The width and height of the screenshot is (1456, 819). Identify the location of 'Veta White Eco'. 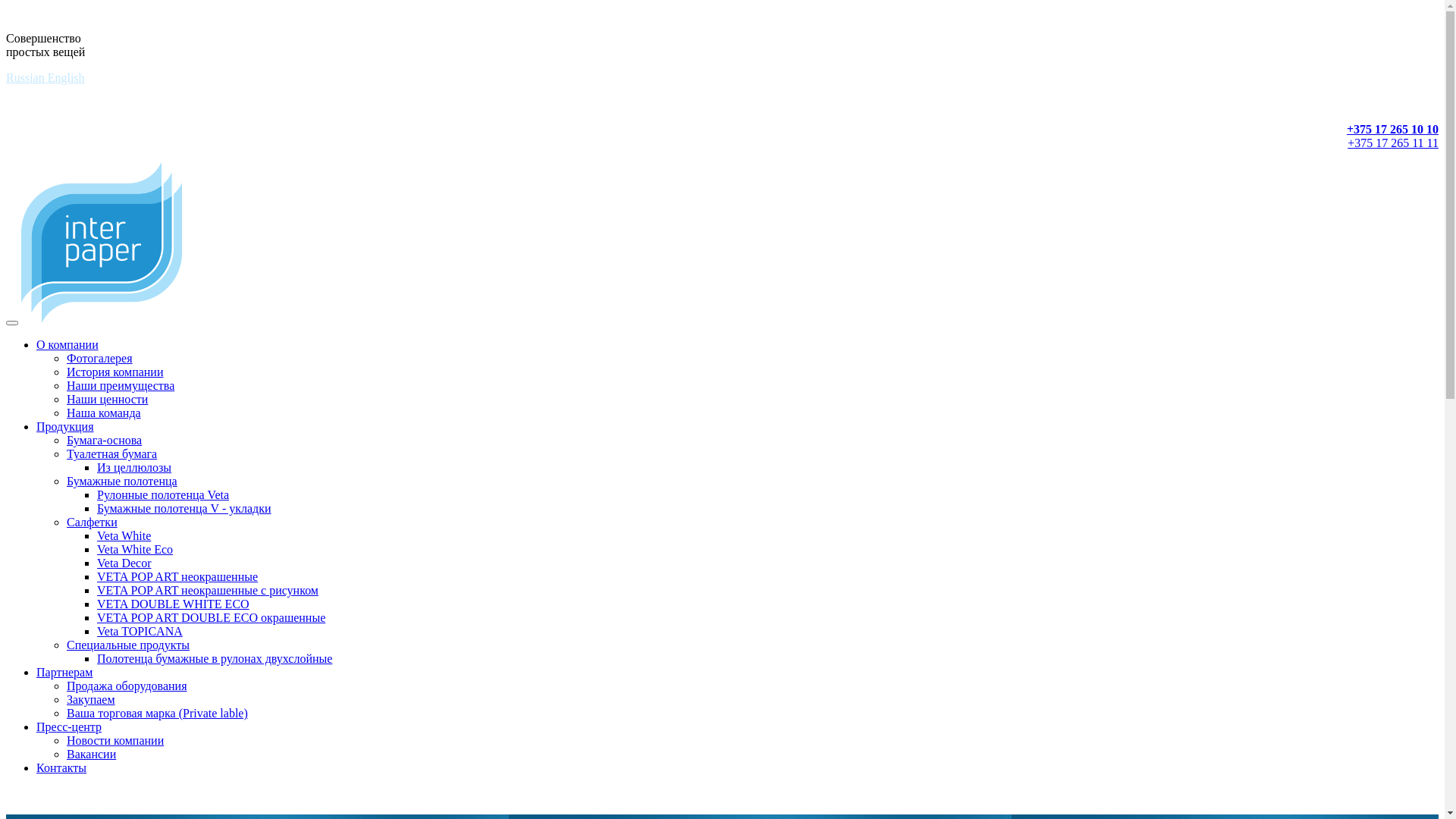
(134, 549).